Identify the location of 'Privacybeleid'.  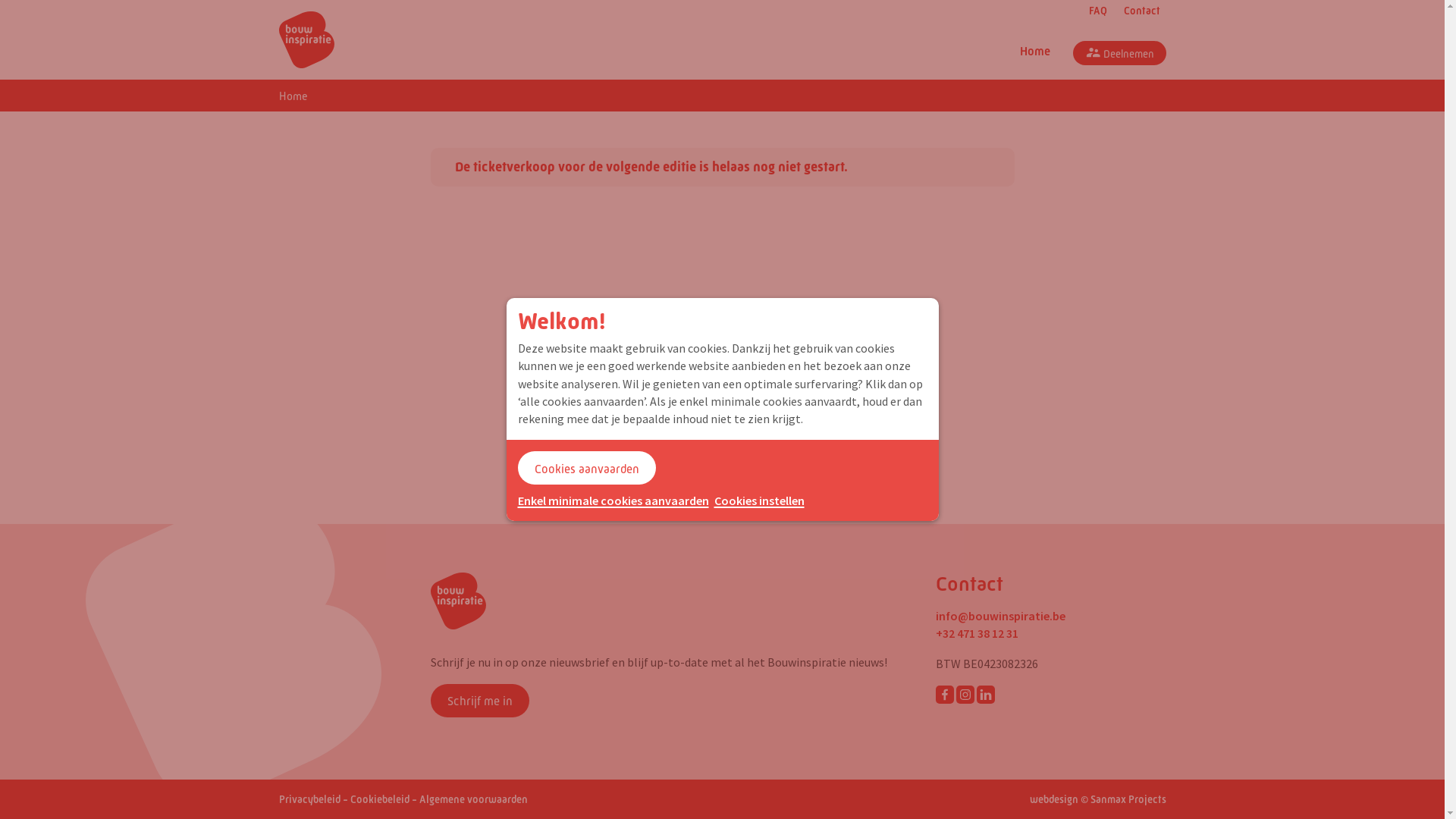
(309, 798).